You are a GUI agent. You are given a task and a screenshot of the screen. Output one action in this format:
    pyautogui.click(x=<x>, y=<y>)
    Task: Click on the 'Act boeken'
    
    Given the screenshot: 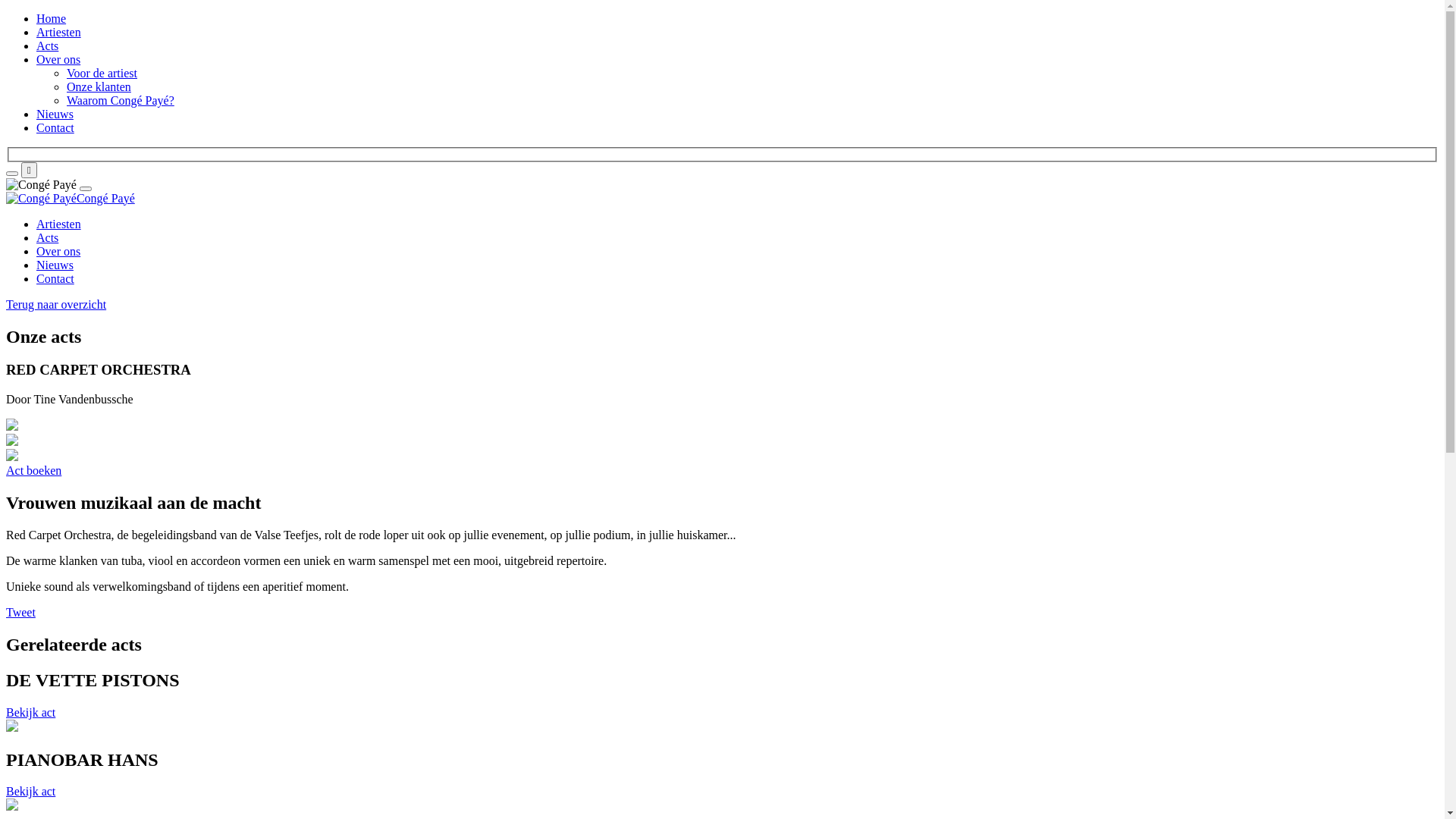 What is the action you would take?
    pyautogui.click(x=33, y=469)
    